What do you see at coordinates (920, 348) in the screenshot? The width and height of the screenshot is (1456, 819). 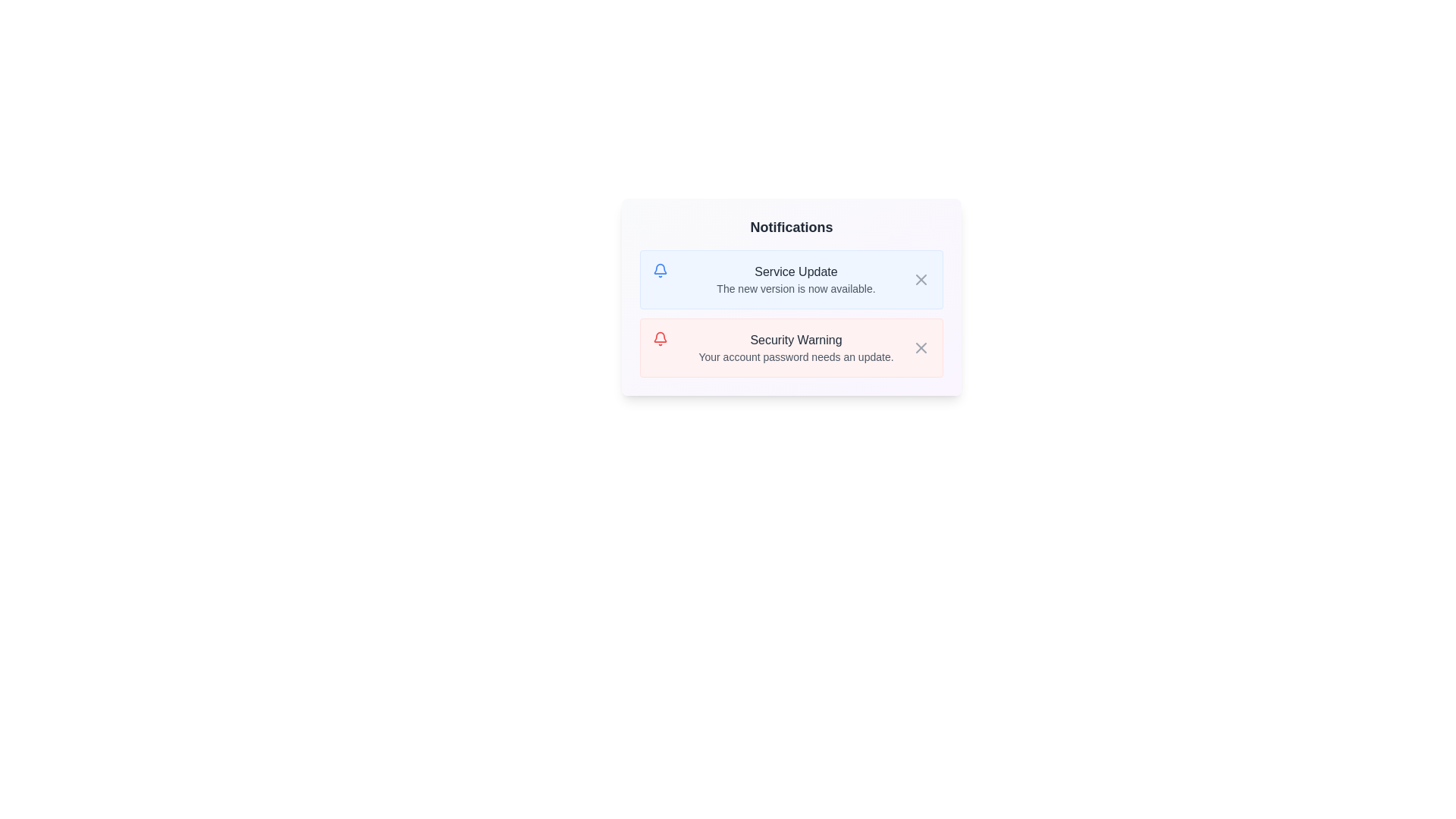 I see `the icon button located to the right of the 'Security Warning' text` at bounding box center [920, 348].